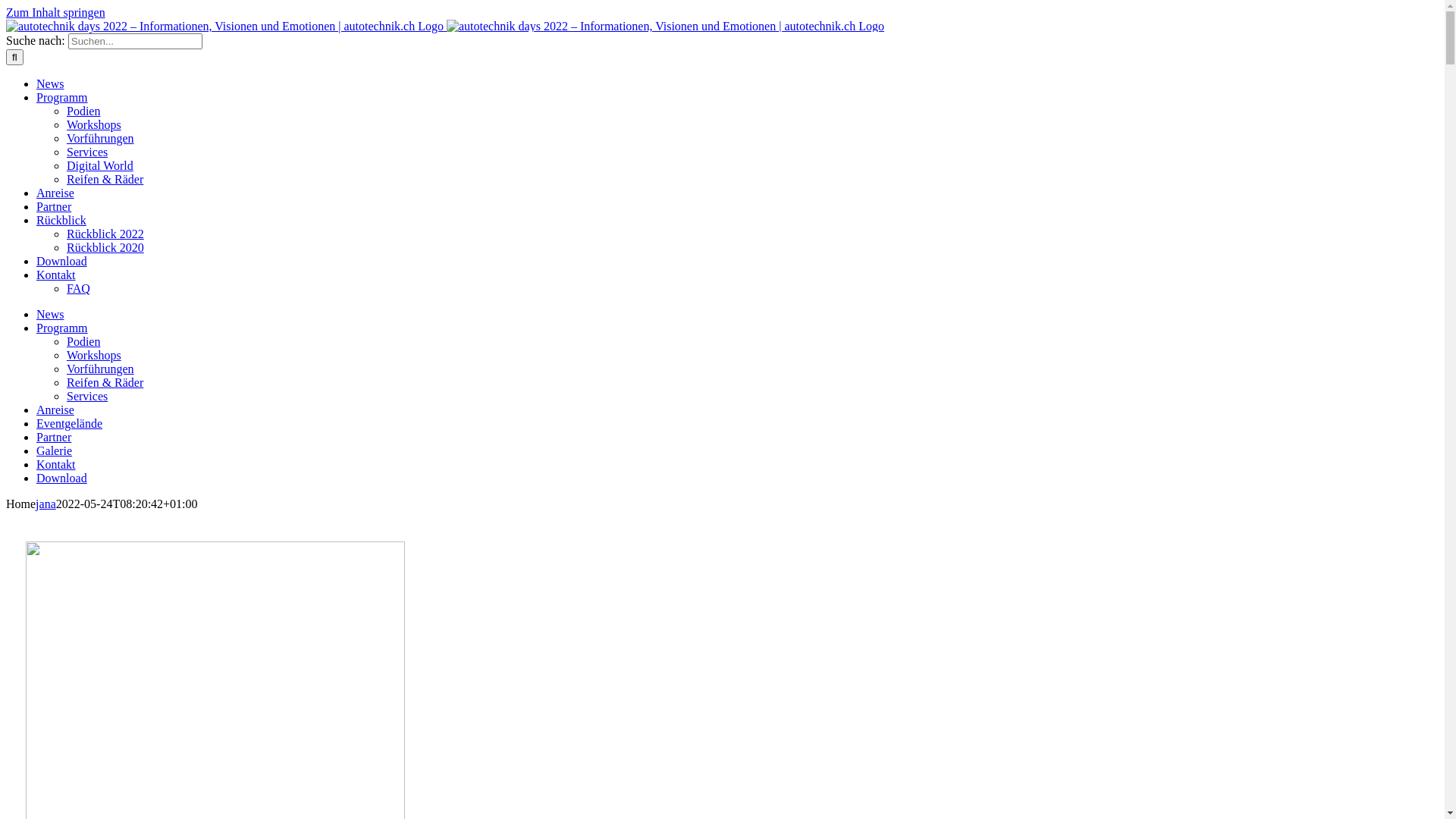 The image size is (1456, 819). I want to click on 'Podien', so click(83, 341).